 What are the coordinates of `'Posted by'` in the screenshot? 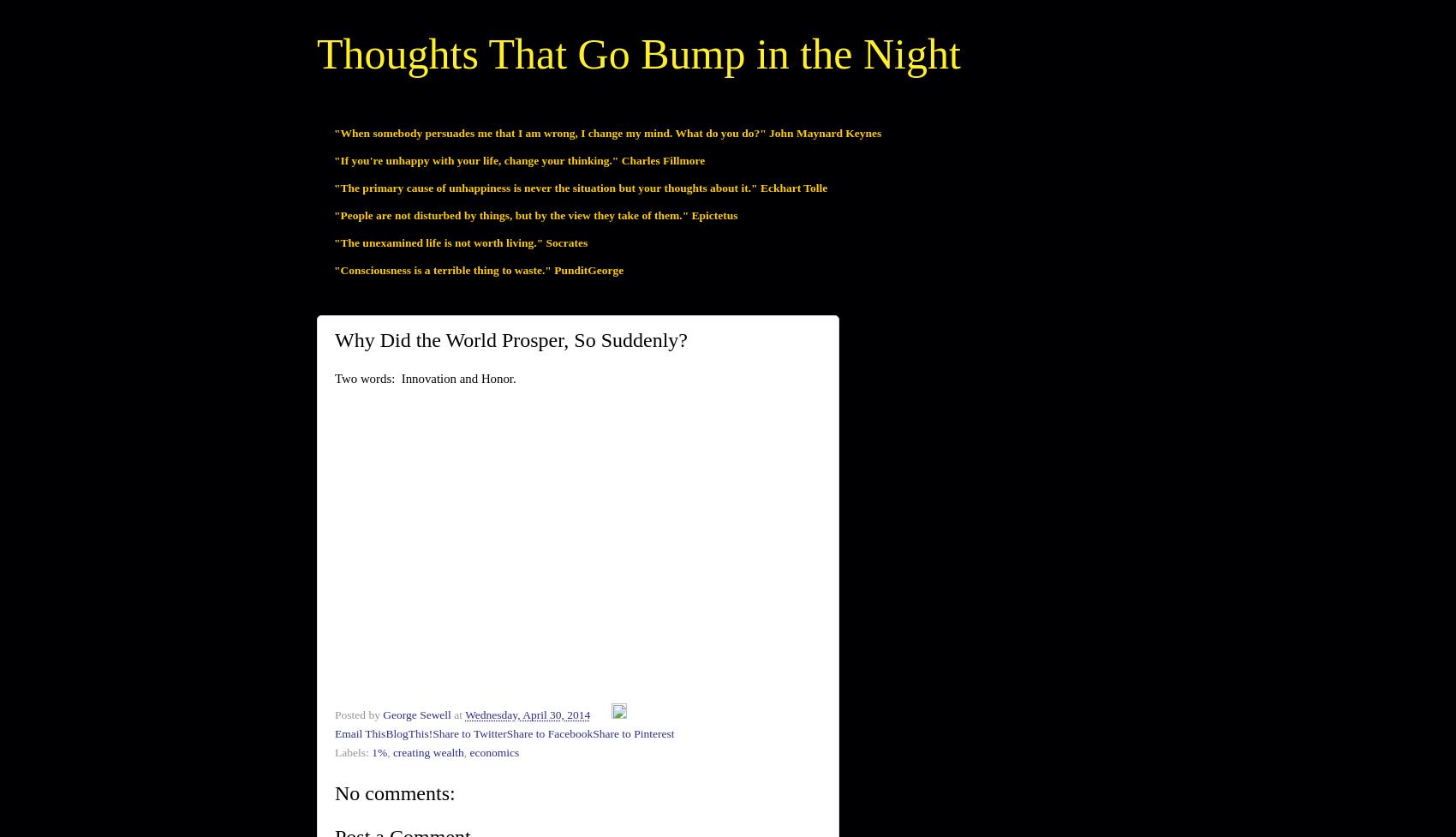 It's located at (358, 714).